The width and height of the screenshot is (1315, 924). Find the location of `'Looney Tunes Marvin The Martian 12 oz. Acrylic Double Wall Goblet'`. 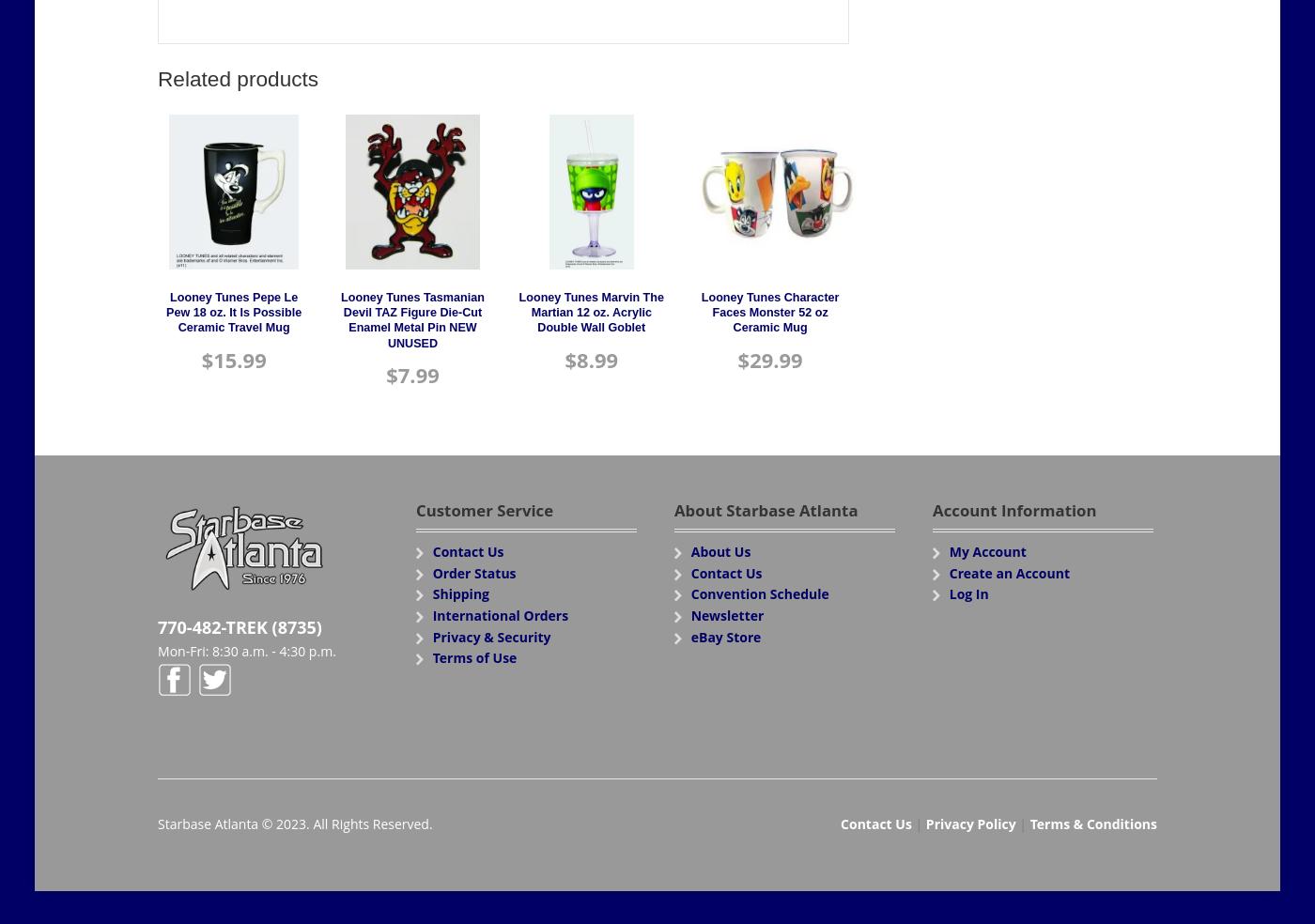

'Looney Tunes Marvin The Martian 12 oz. Acrylic Double Wall Goblet' is located at coordinates (591, 311).